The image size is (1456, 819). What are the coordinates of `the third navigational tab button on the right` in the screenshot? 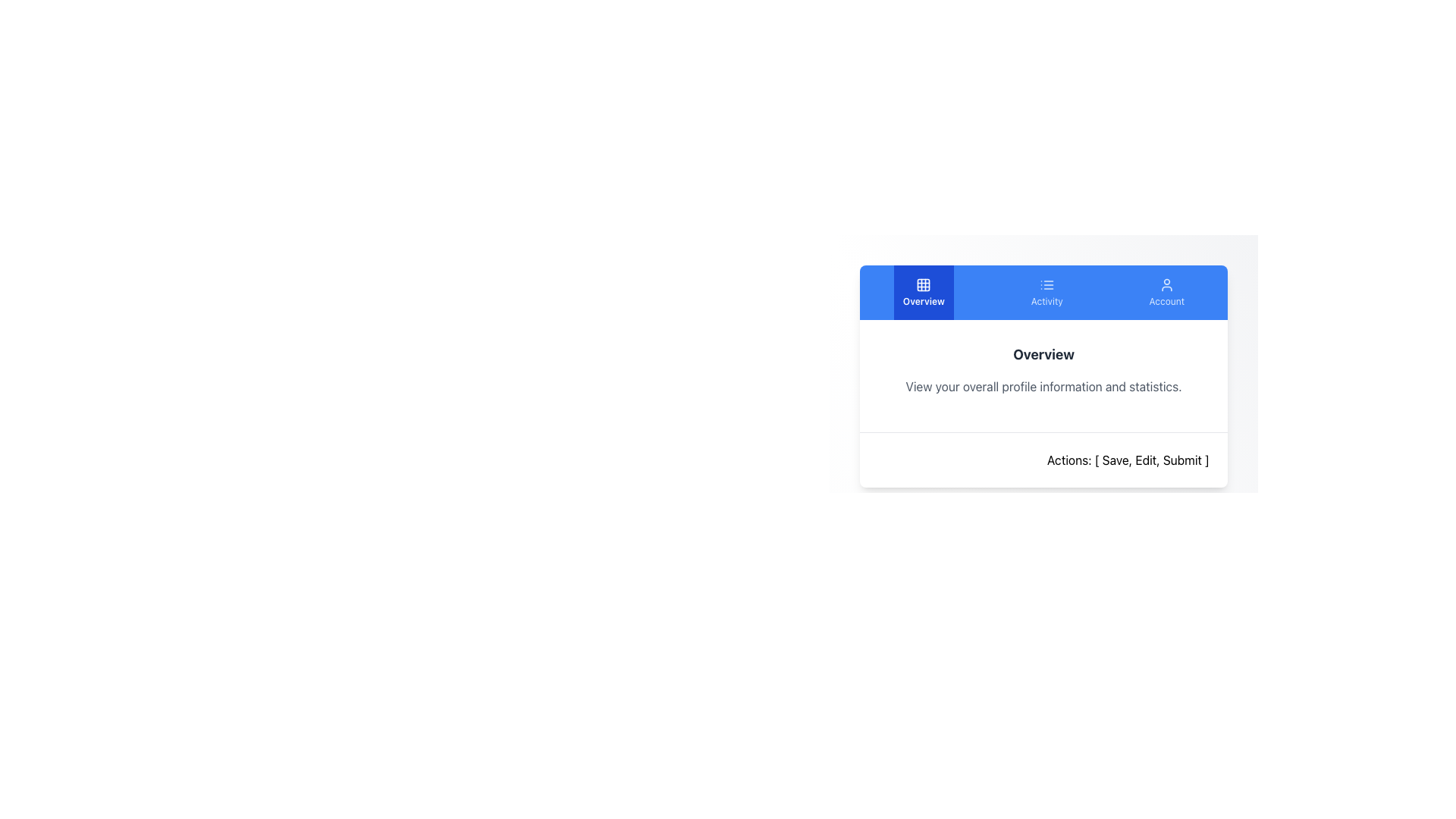 It's located at (1166, 292).